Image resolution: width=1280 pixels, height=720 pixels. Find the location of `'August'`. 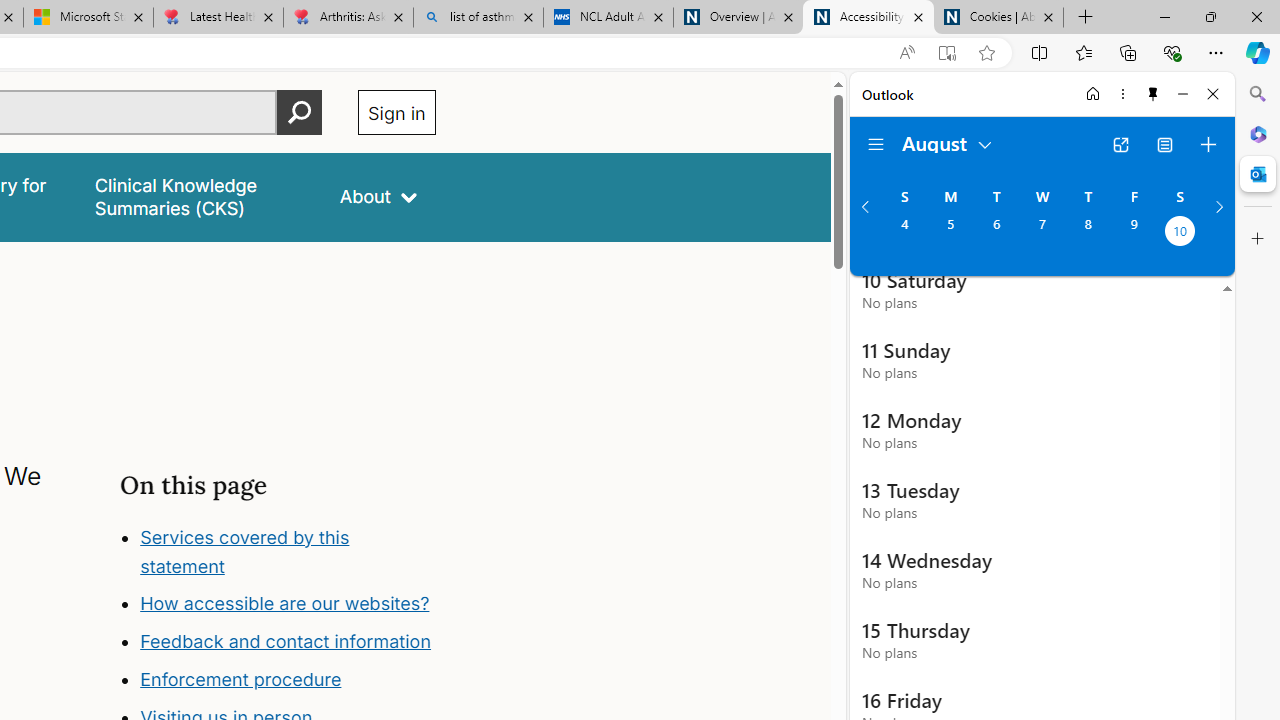

'August' is located at coordinates (947, 141).